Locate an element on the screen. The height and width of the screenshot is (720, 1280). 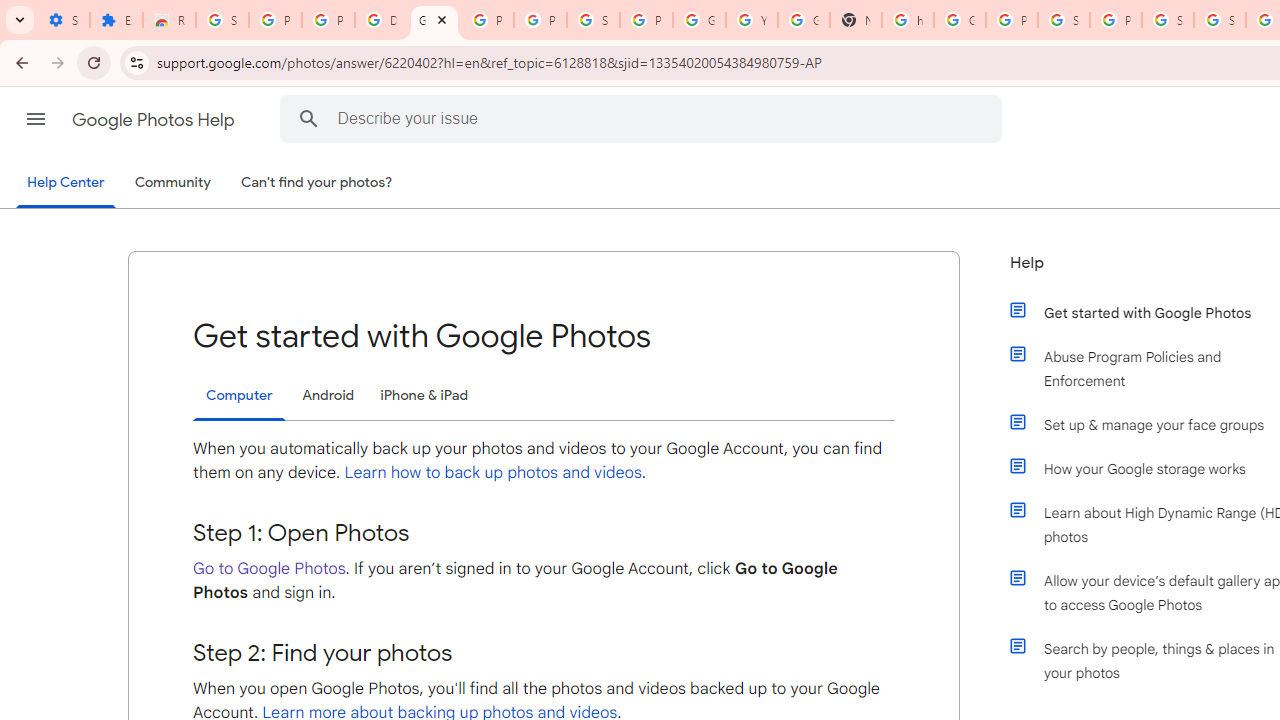
'https://scholar.google.com/' is located at coordinates (907, 20).